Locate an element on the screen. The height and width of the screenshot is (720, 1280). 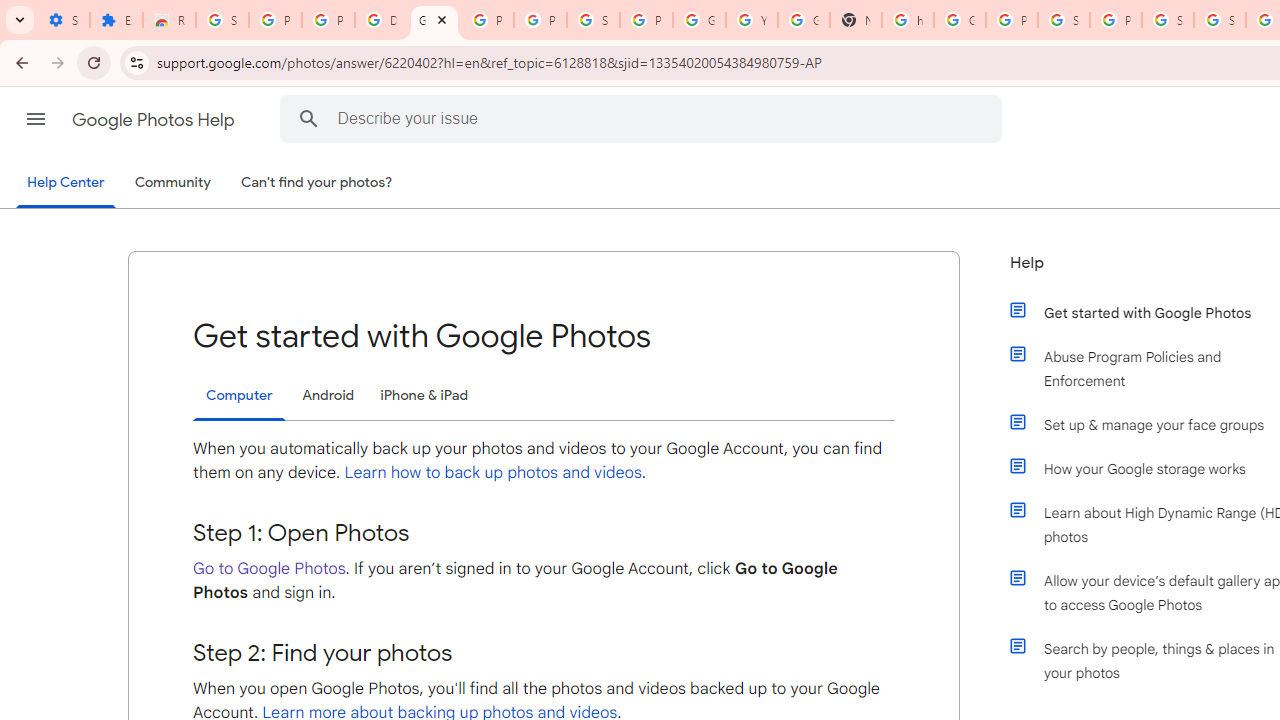
'https://scholar.google.com/' is located at coordinates (907, 20).